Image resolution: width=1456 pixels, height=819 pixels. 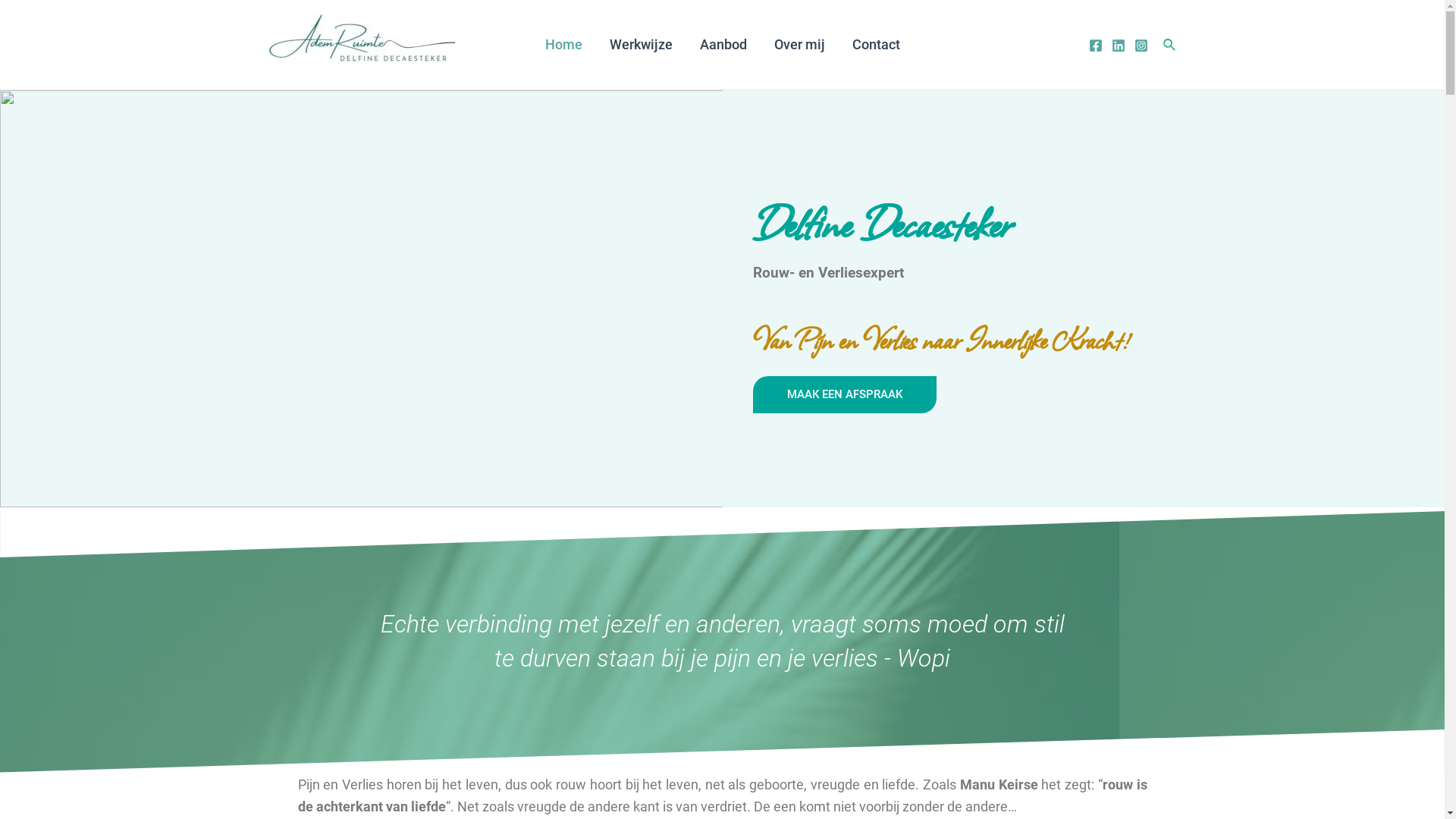 I want to click on 'Over mij', so click(x=798, y=43).